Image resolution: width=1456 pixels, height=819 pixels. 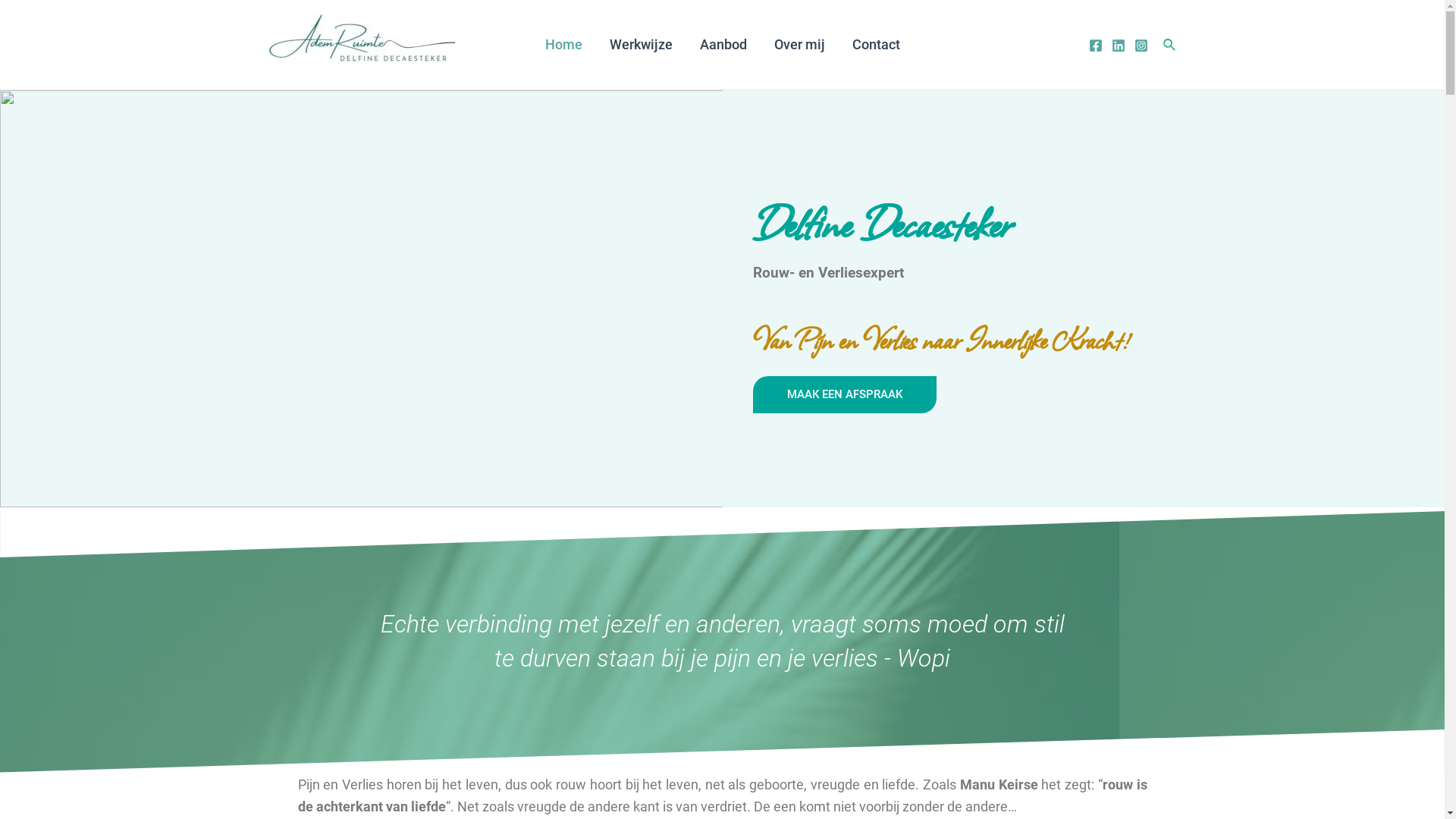 I want to click on 'Over mij', so click(x=798, y=43).